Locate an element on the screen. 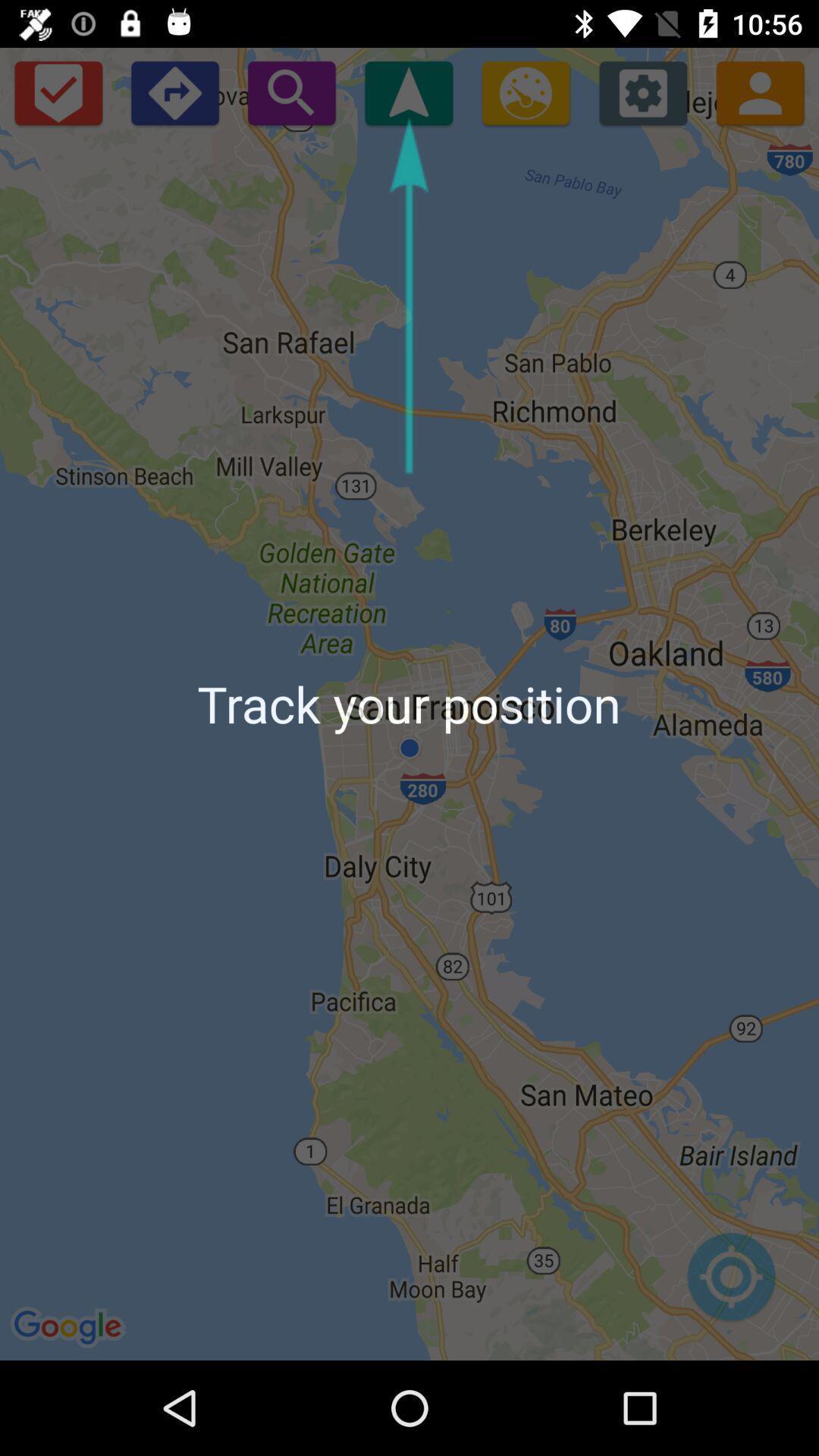 This screenshot has width=819, height=1456. optons switch is located at coordinates (643, 92).